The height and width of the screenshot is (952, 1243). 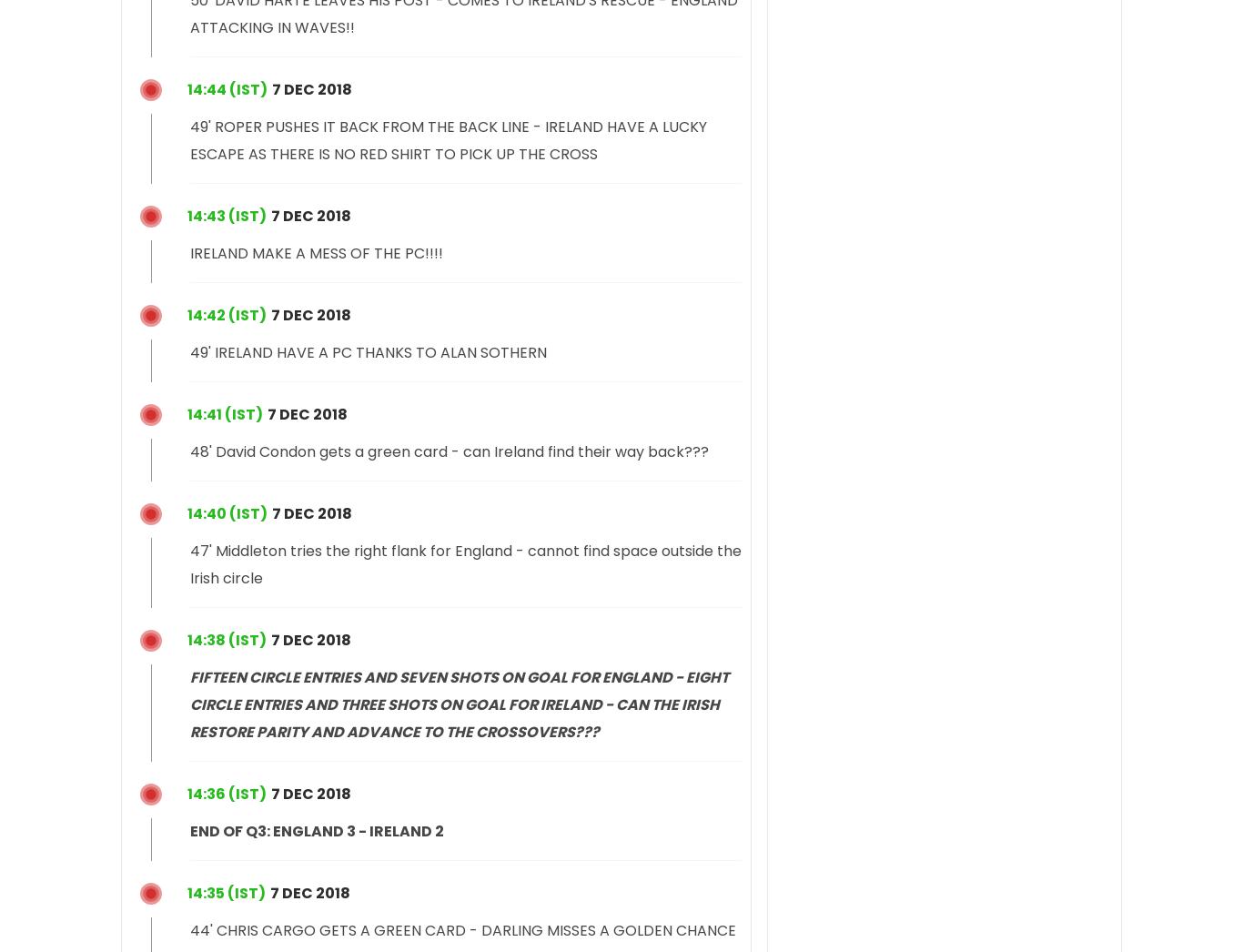 What do you see at coordinates (224, 412) in the screenshot?
I see `'20:11 (IST)'` at bounding box center [224, 412].